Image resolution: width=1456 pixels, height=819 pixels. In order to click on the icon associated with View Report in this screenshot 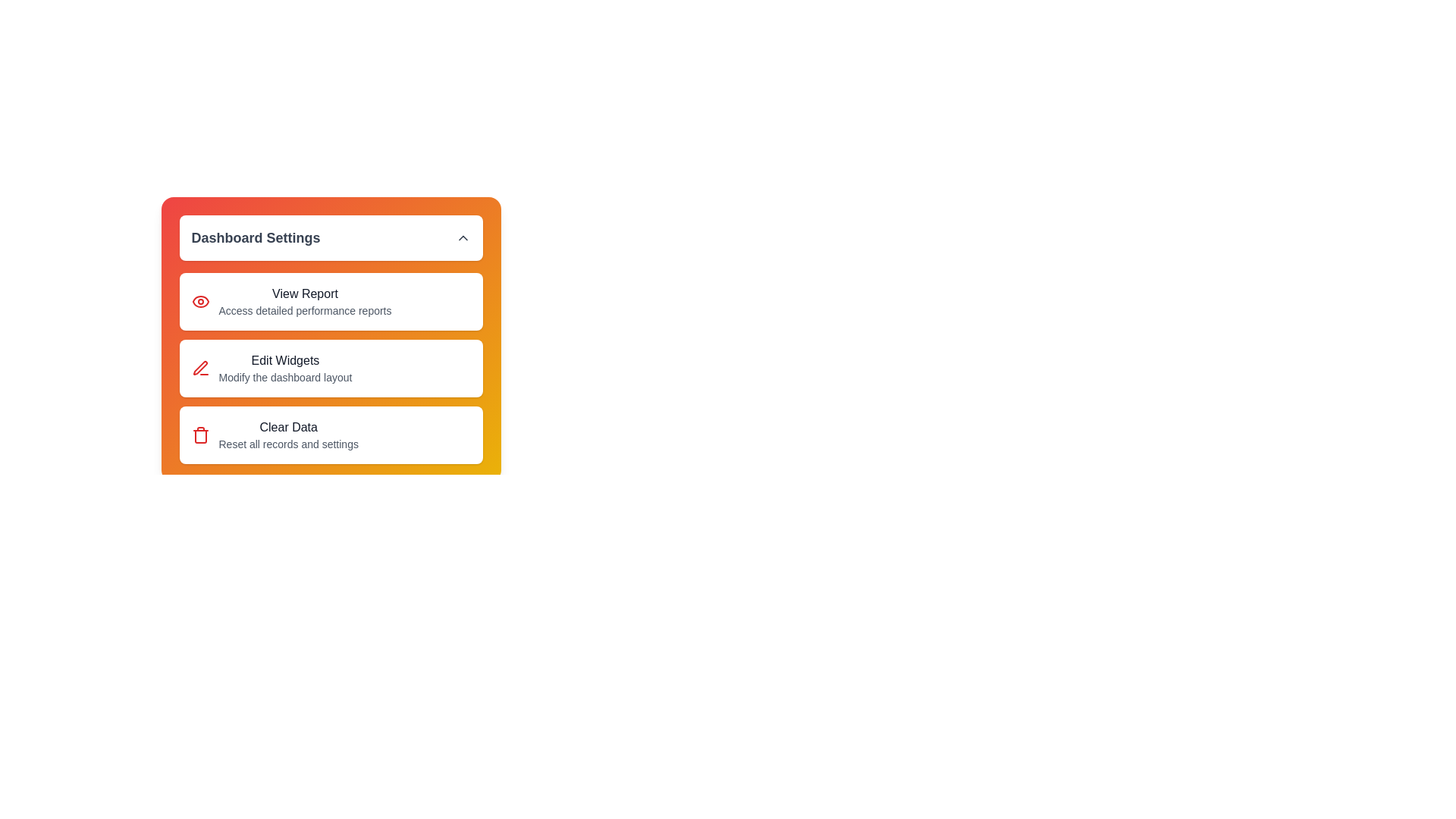, I will do `click(199, 301)`.